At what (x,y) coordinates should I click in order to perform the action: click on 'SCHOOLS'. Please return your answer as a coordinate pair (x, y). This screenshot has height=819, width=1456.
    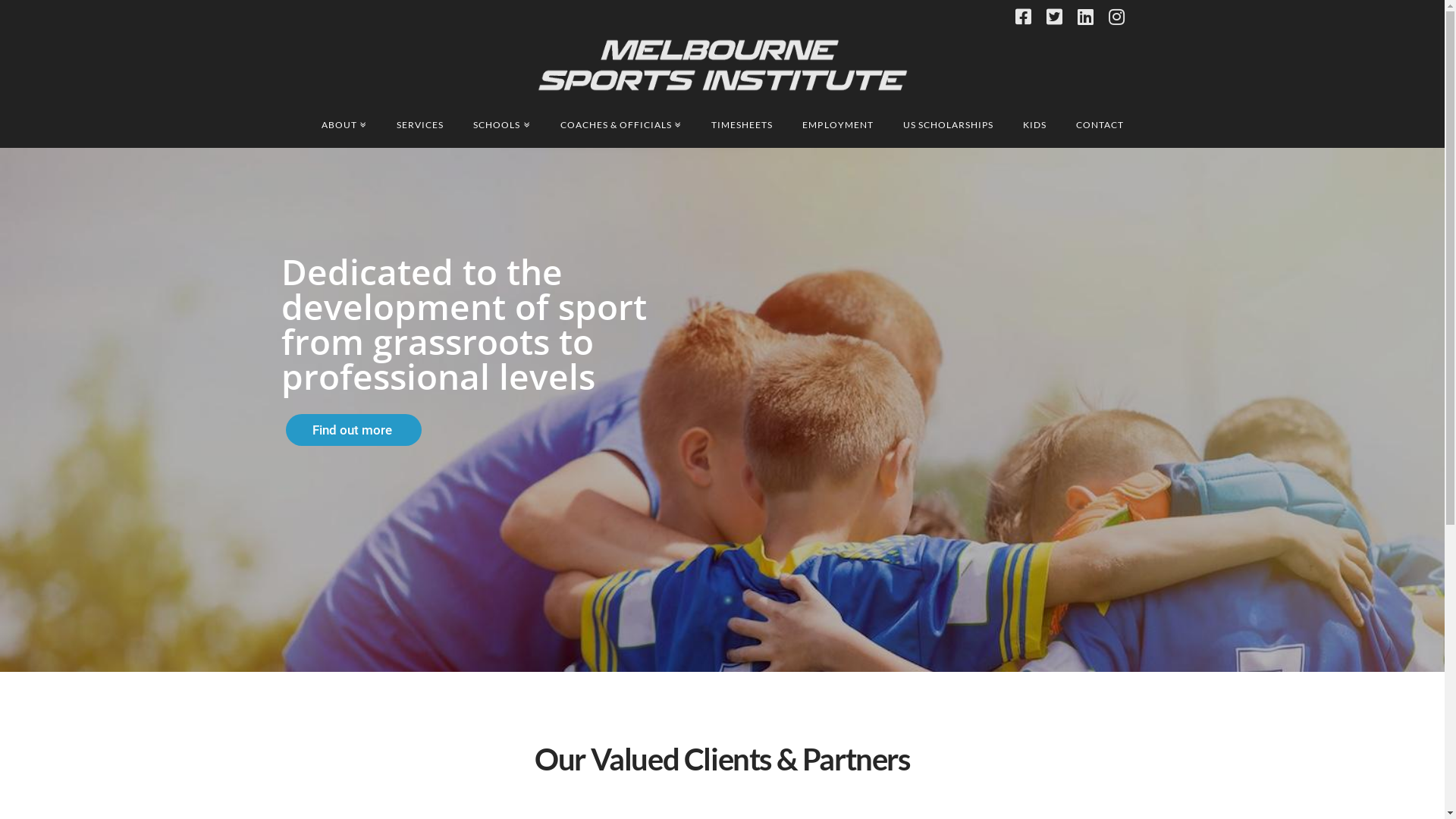
    Looking at the image, I should click on (501, 124).